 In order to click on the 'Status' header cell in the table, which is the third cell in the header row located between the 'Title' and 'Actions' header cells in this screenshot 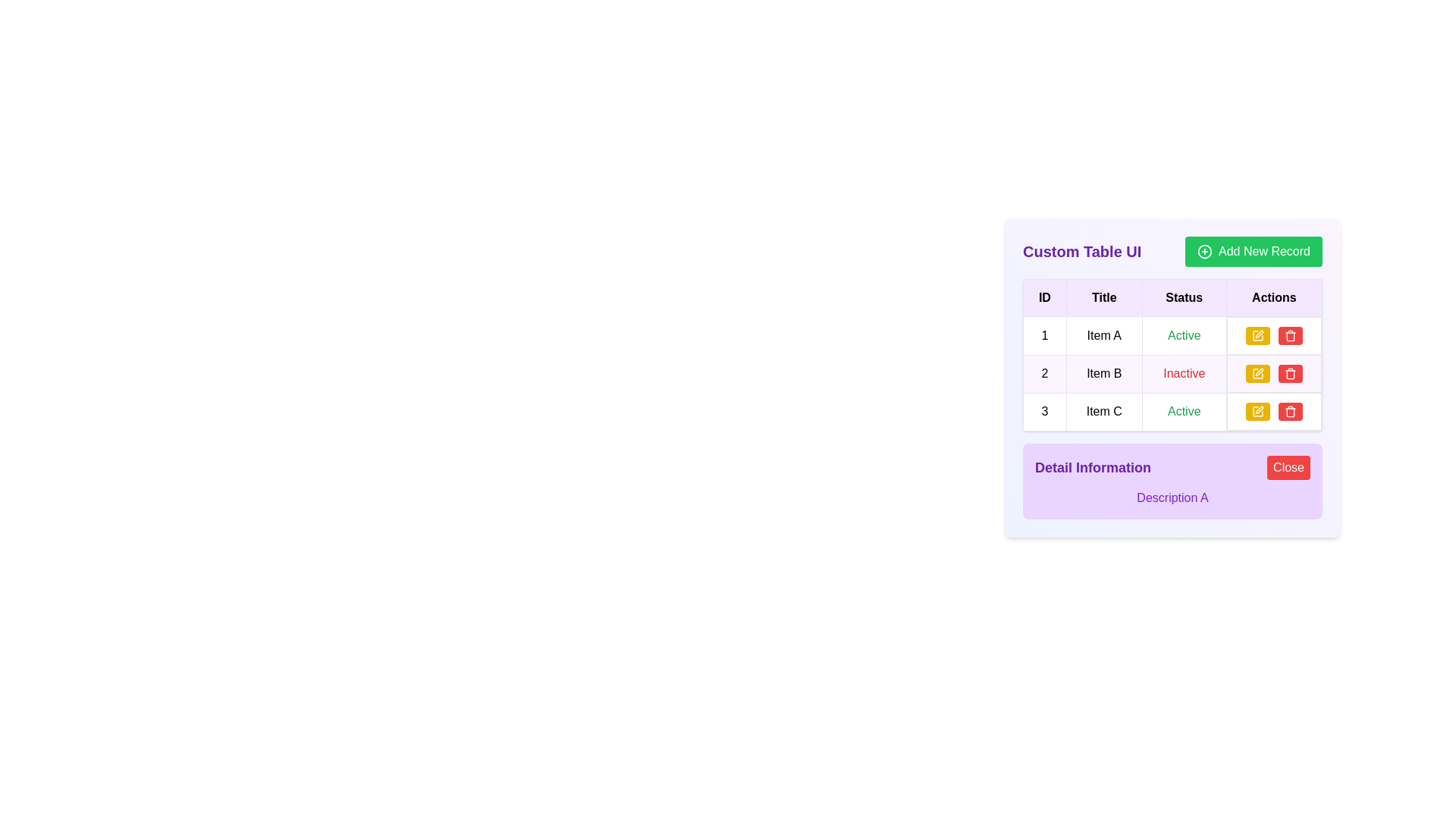, I will do `click(1183, 298)`.